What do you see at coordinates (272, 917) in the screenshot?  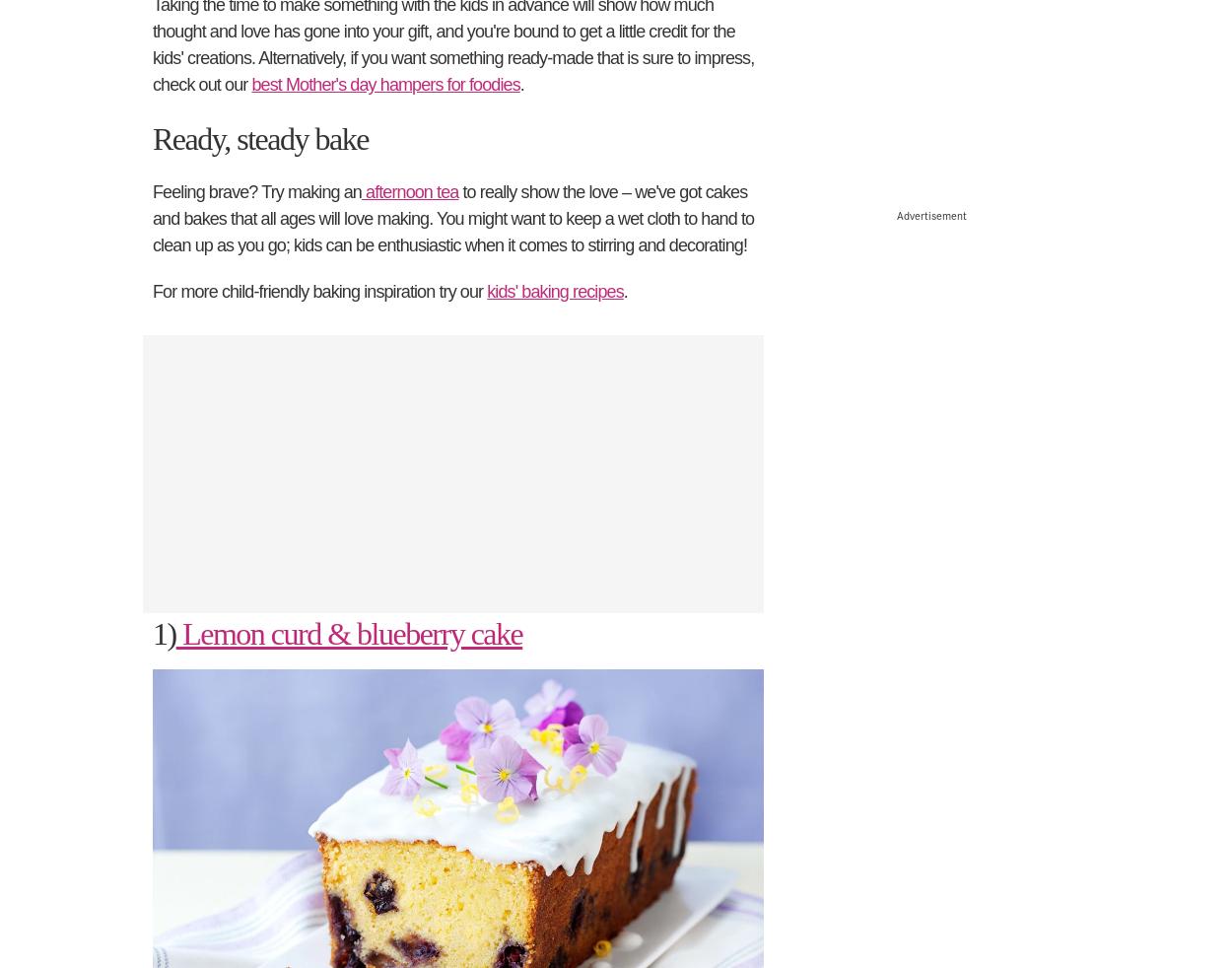 I see `'Contact BBC Studios'` at bounding box center [272, 917].